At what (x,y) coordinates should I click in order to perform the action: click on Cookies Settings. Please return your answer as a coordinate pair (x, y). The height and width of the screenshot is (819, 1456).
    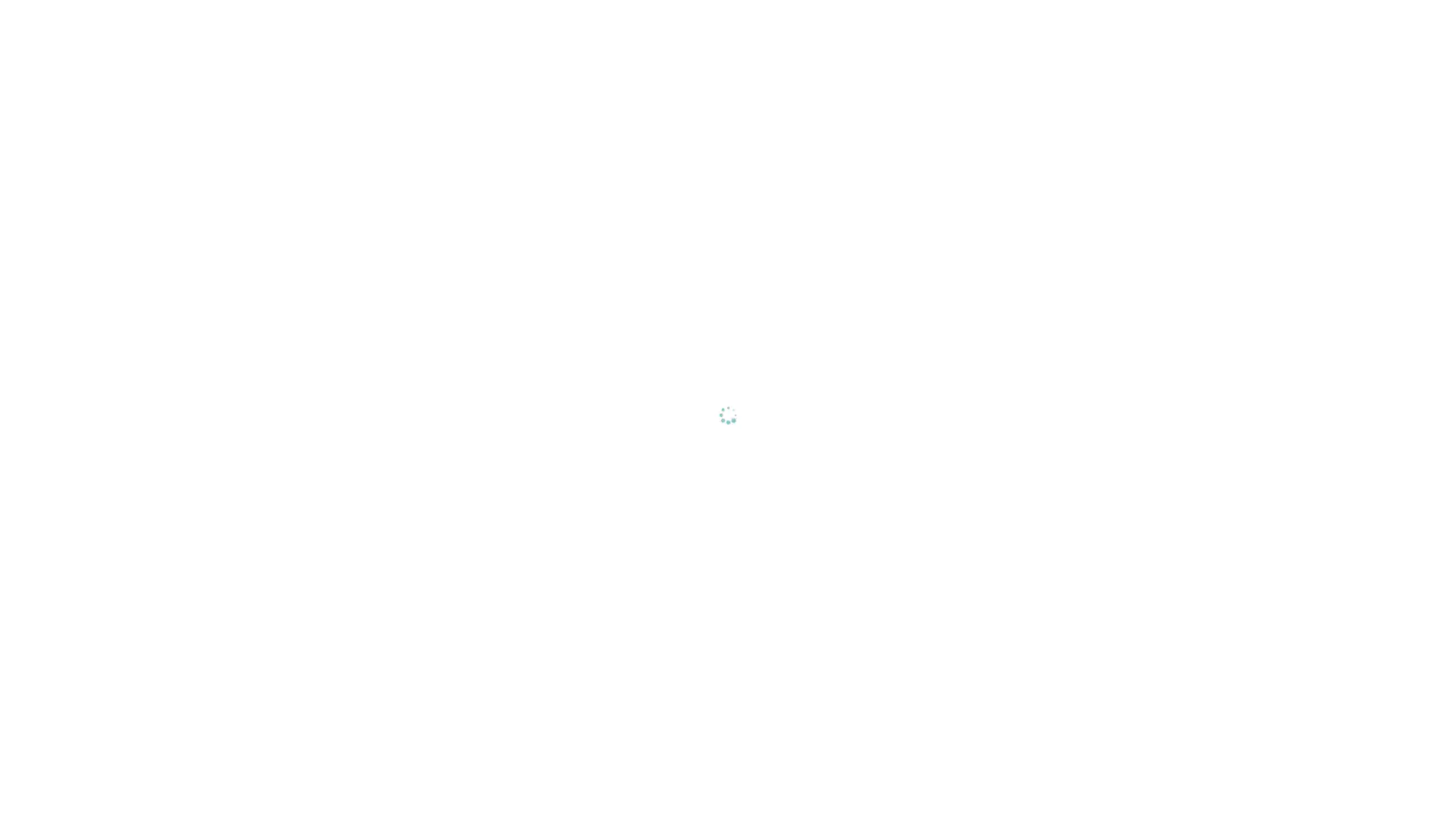
    Looking at the image, I should click on (560, 171).